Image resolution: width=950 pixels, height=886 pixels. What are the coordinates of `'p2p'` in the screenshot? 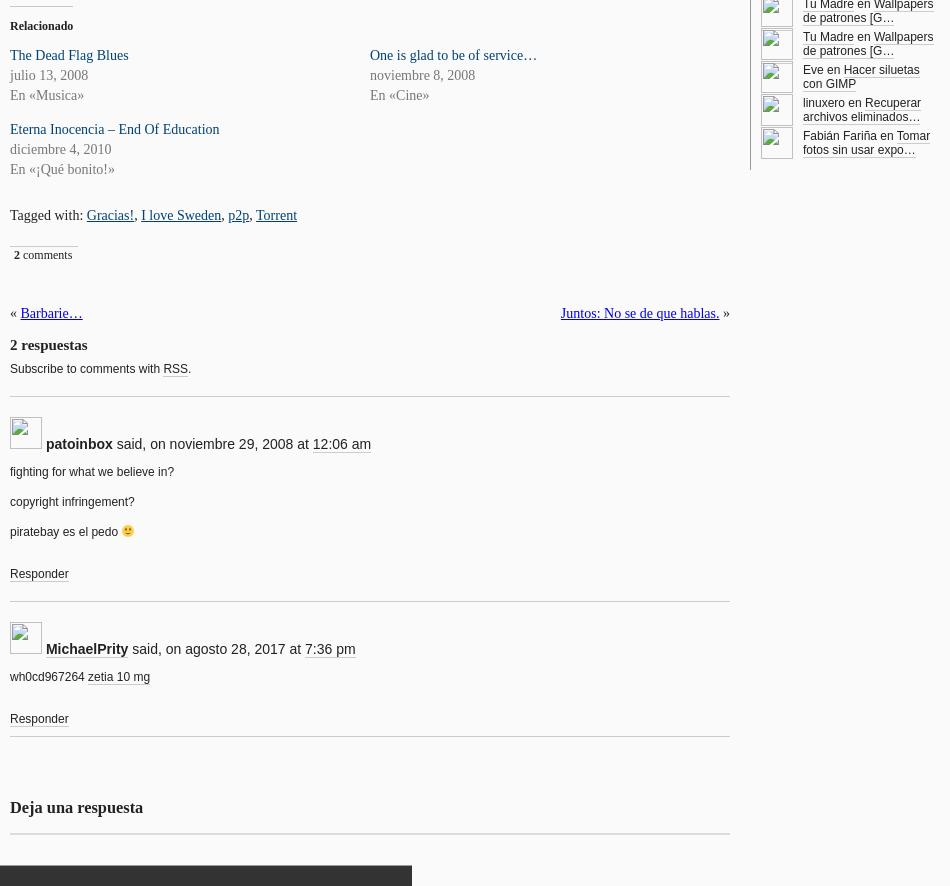 It's located at (238, 215).